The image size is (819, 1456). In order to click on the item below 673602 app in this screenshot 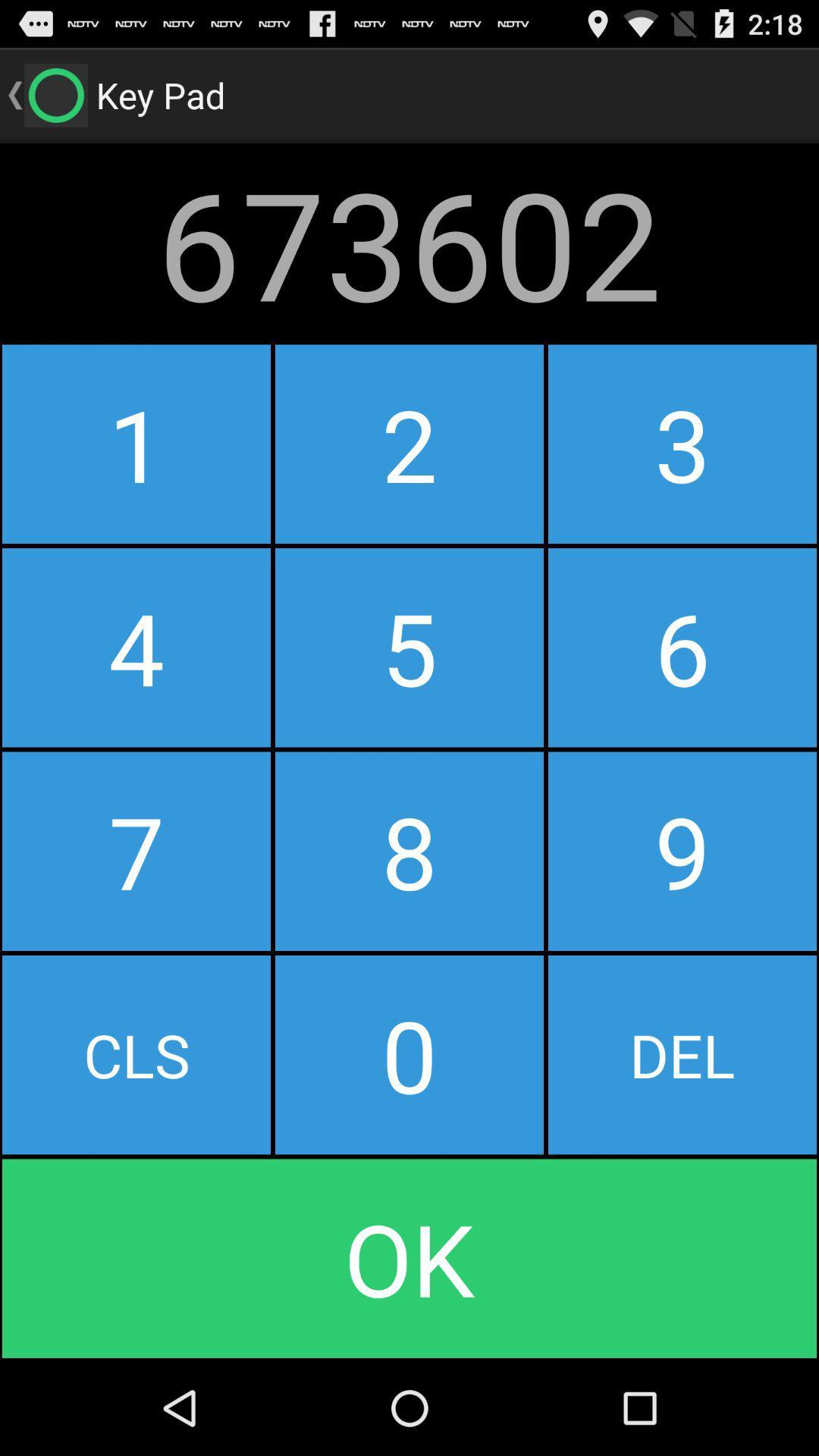, I will do `click(136, 443)`.